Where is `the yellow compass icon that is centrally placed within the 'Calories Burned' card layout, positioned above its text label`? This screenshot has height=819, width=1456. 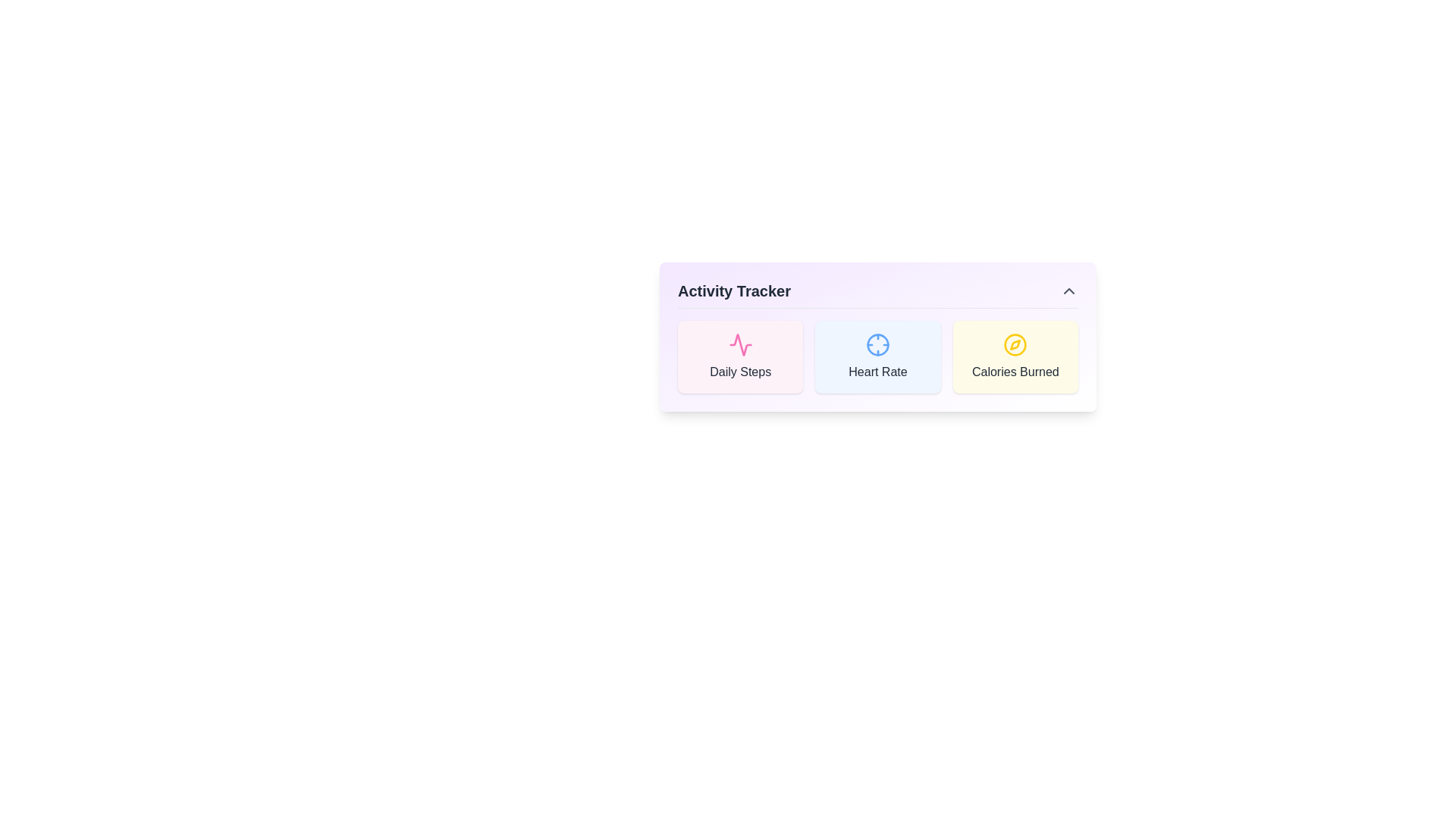
the yellow compass icon that is centrally placed within the 'Calories Burned' card layout, positioned above its text label is located at coordinates (1015, 345).